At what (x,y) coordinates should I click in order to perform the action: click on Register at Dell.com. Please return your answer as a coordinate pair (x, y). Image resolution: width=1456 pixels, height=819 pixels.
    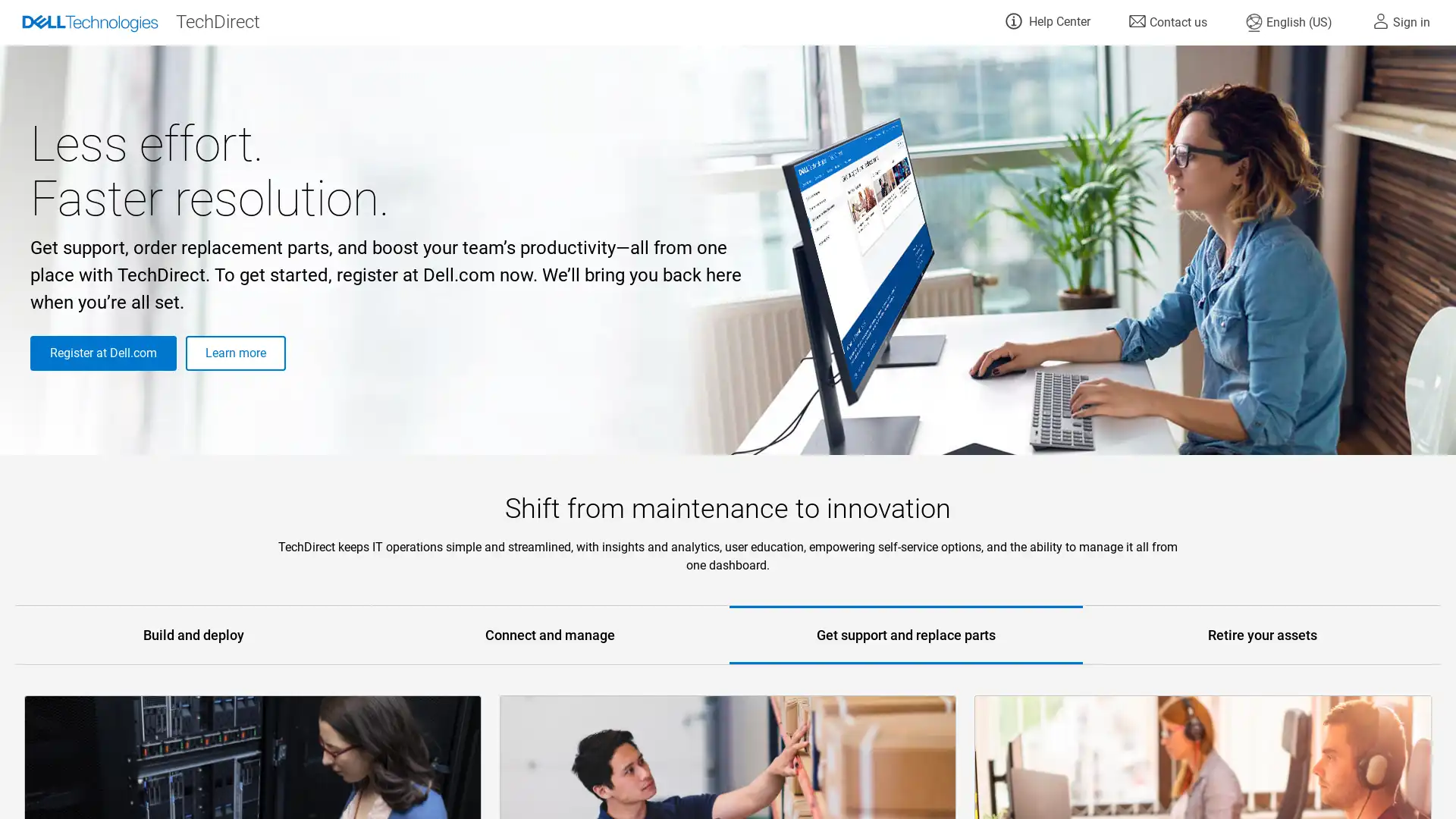
    Looking at the image, I should click on (102, 353).